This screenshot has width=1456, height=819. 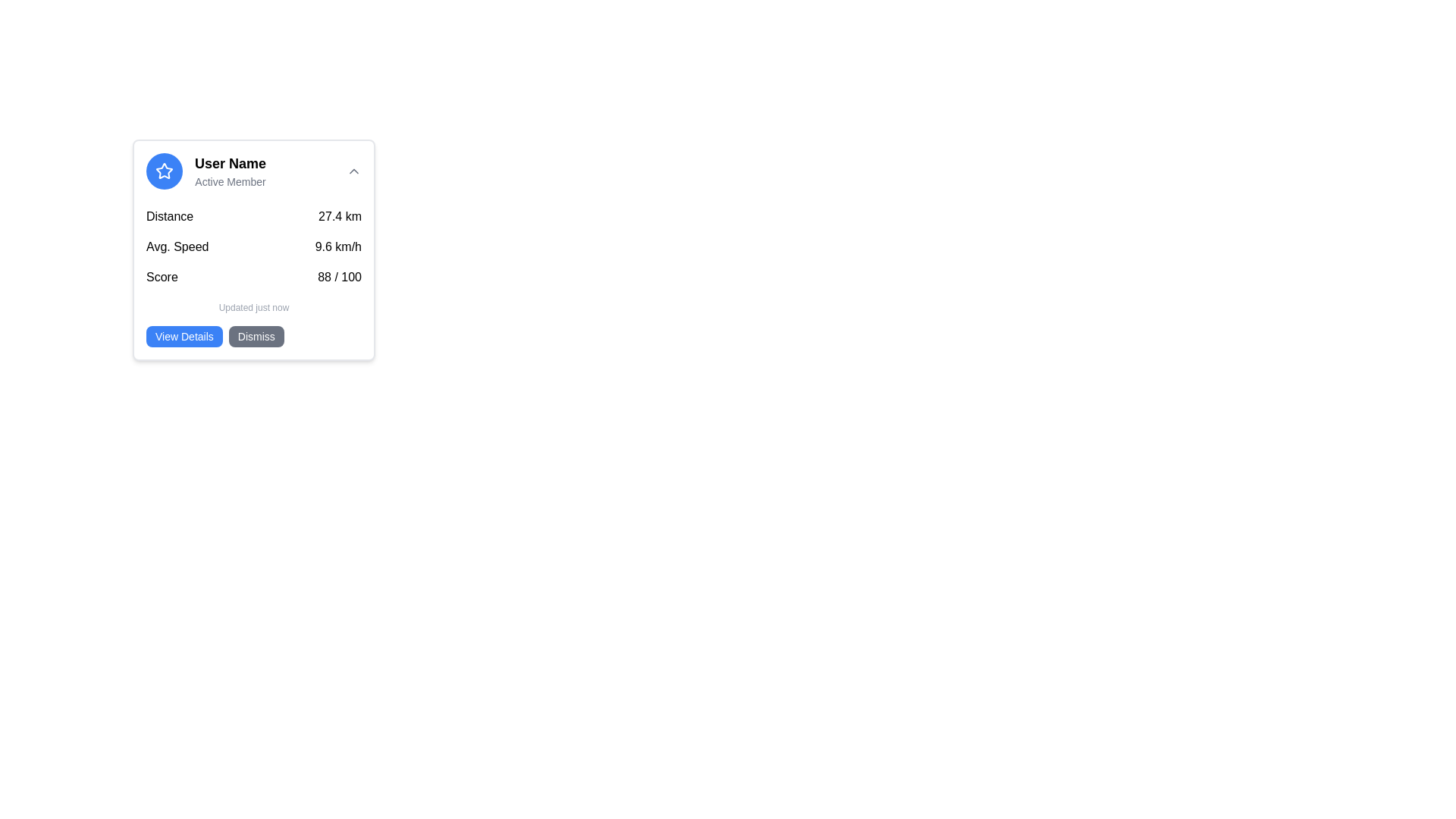 I want to click on the Text display area that shows 'User Name' and the subtitle 'Active Member', so click(x=229, y=171).